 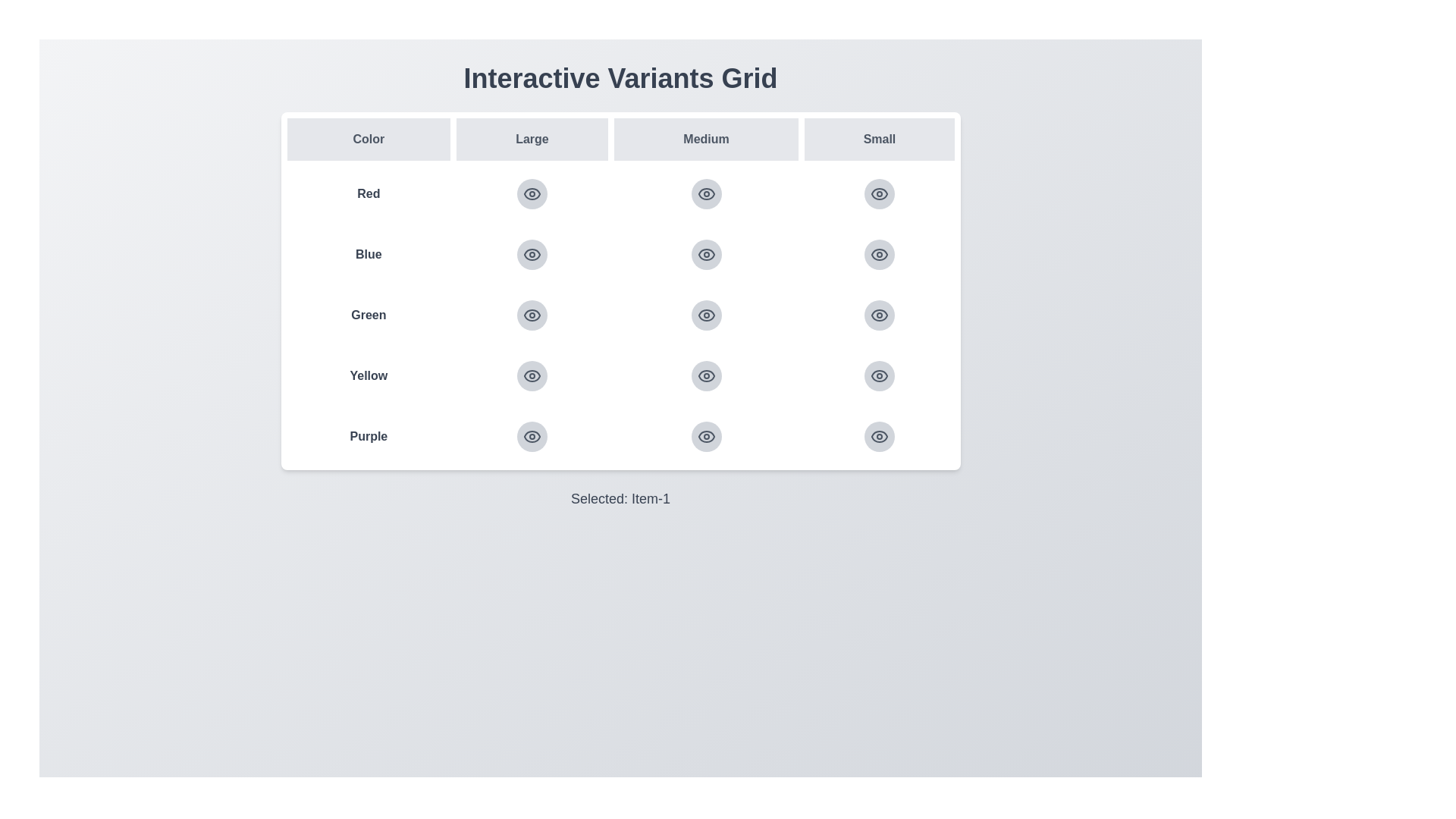 I want to click on the circular icon button with a gray background and eye illustration located in the fourth row and second column of the grid layout, so click(x=532, y=375).